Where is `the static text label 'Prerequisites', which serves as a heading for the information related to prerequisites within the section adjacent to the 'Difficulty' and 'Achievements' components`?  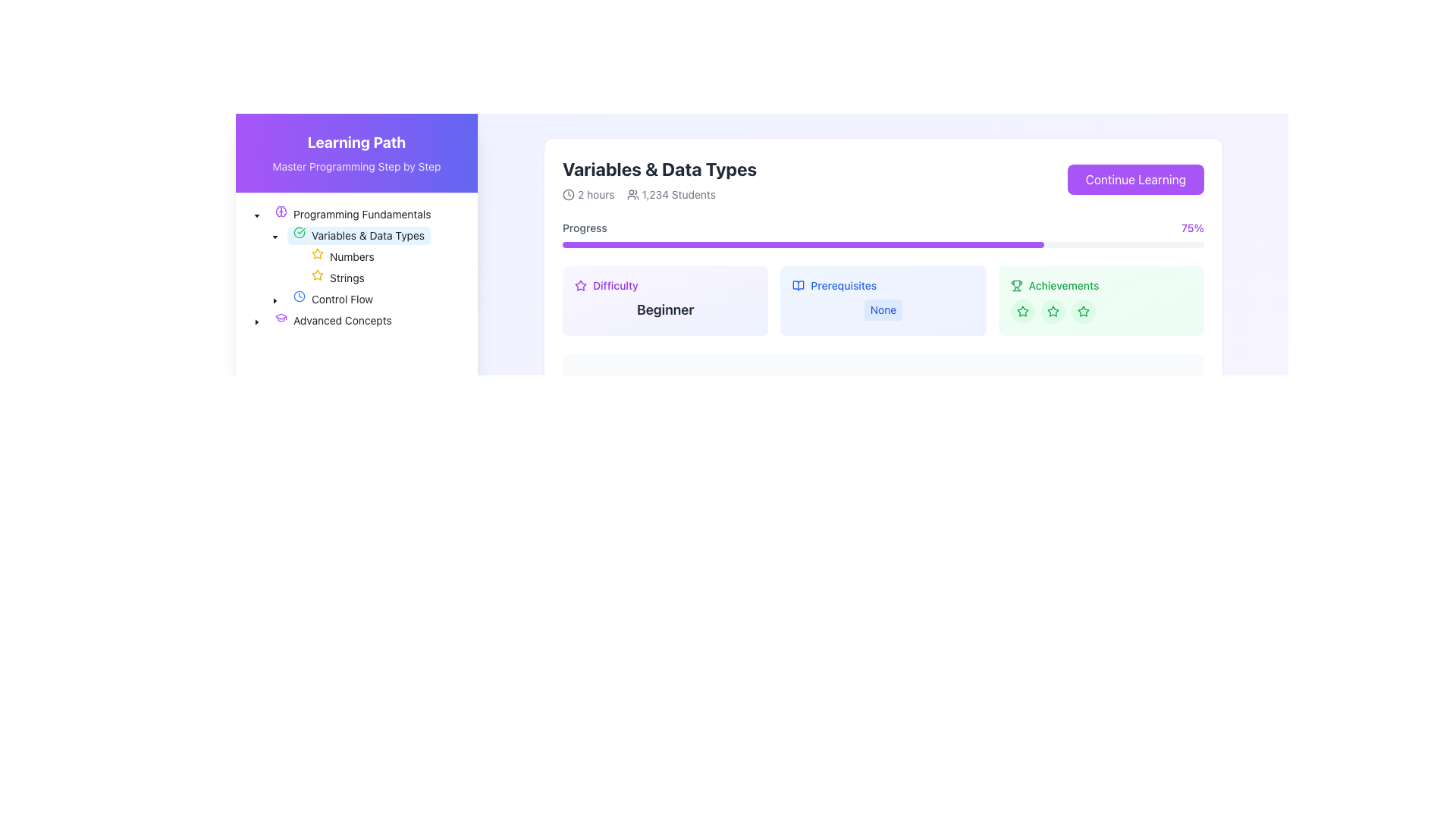 the static text label 'Prerequisites', which serves as a heading for the information related to prerequisites within the section adjacent to the 'Difficulty' and 'Achievements' components is located at coordinates (843, 286).